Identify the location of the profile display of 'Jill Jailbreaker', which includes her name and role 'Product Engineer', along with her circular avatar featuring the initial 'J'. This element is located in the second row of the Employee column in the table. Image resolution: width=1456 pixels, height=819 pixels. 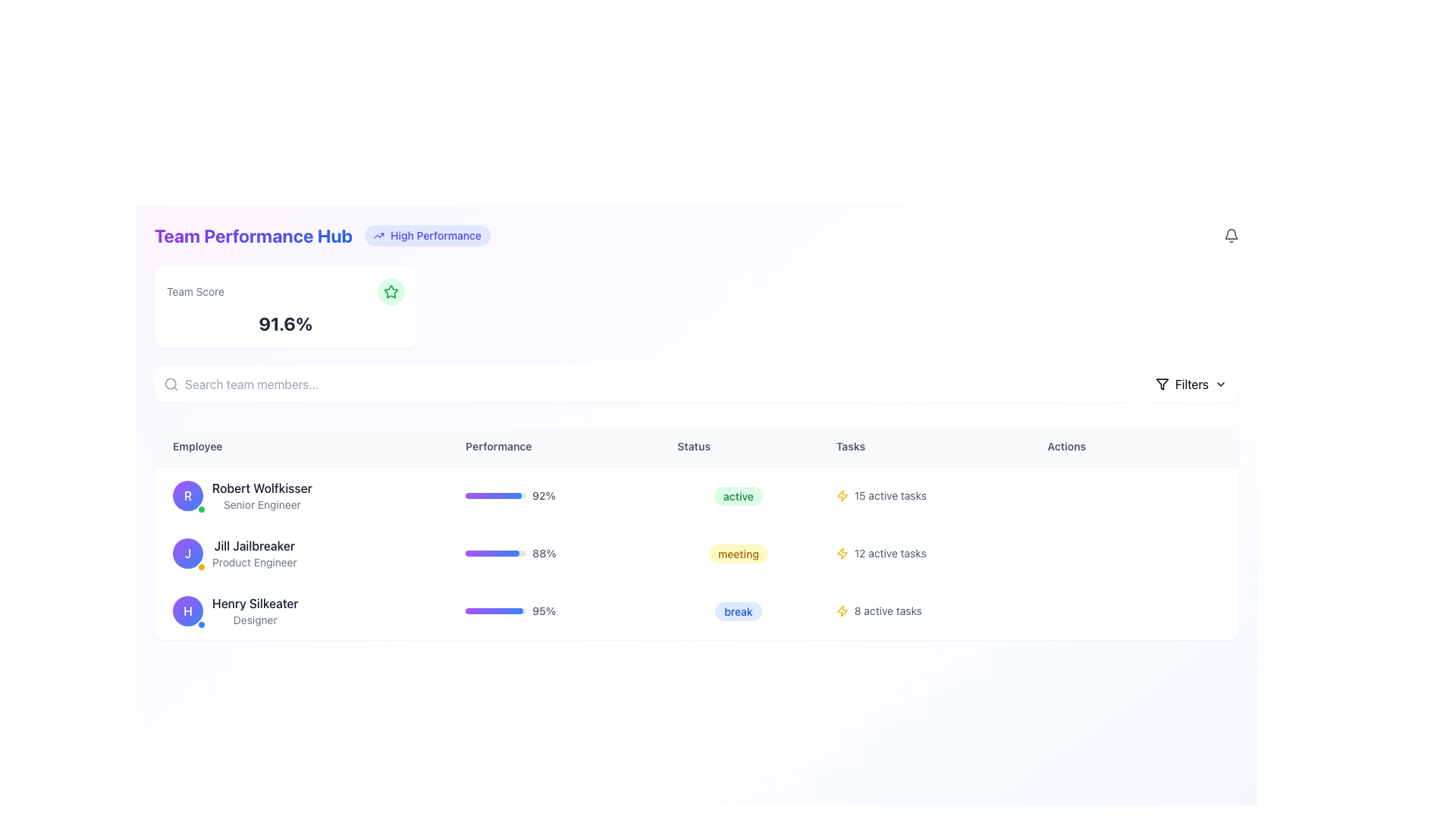
(301, 553).